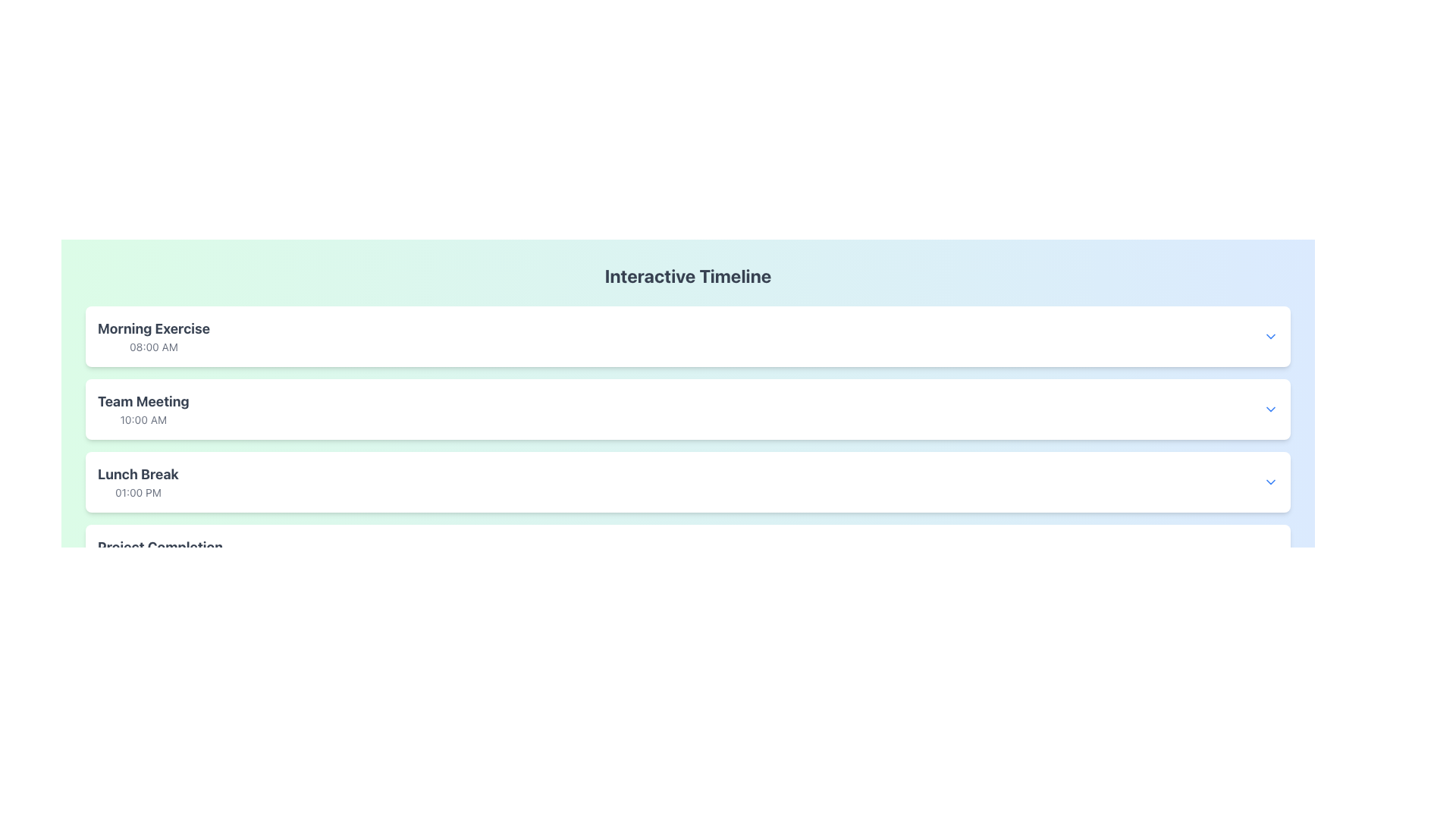 The height and width of the screenshot is (819, 1456). I want to click on the blue button with a downward-facing chevron icon located at the far-right side of the 'Lunch Break' section, so click(1270, 482).